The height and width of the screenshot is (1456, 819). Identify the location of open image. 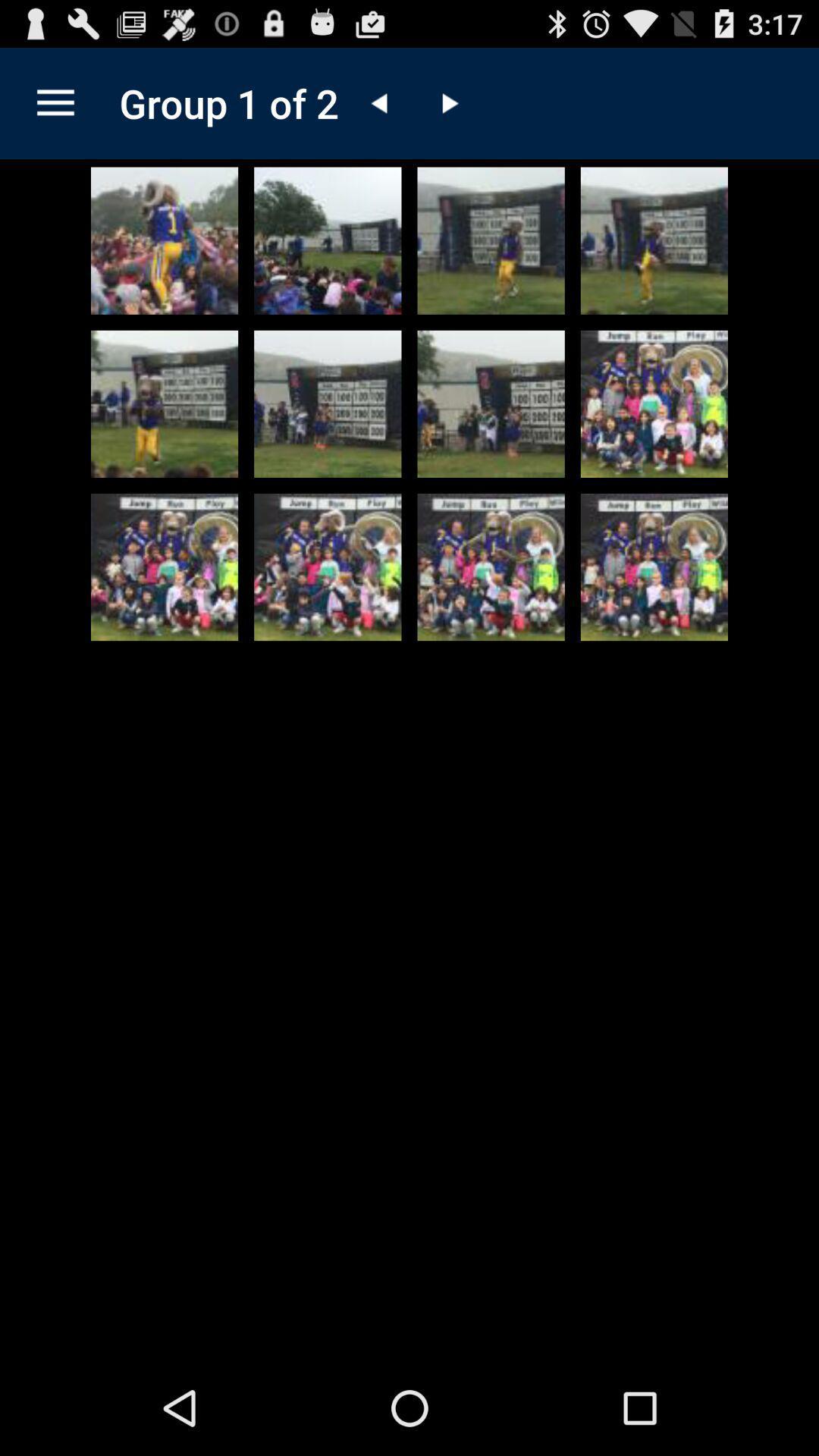
(327, 240).